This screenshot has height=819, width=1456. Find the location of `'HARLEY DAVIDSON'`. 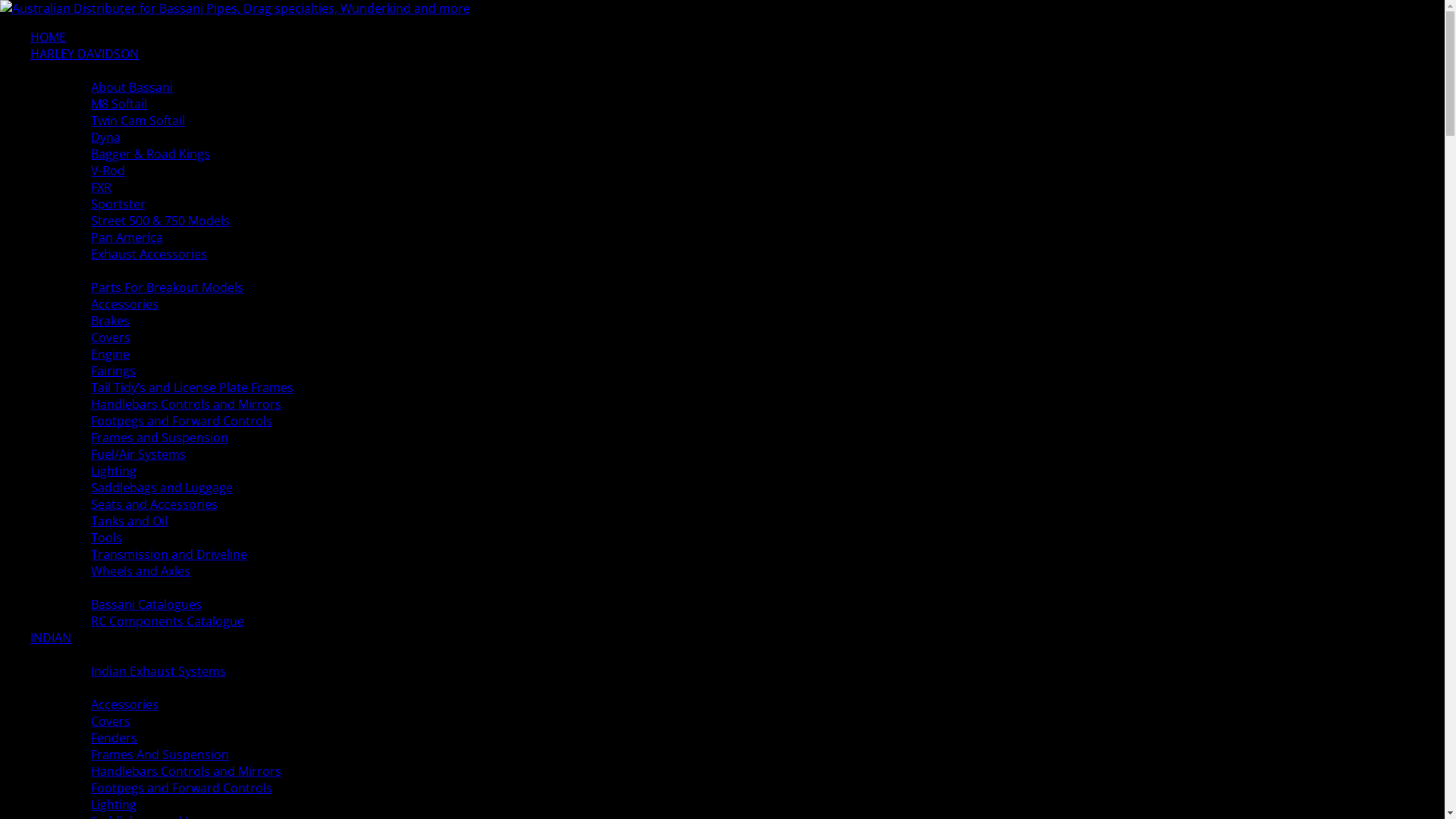

'HARLEY DAVIDSON' is located at coordinates (83, 52).